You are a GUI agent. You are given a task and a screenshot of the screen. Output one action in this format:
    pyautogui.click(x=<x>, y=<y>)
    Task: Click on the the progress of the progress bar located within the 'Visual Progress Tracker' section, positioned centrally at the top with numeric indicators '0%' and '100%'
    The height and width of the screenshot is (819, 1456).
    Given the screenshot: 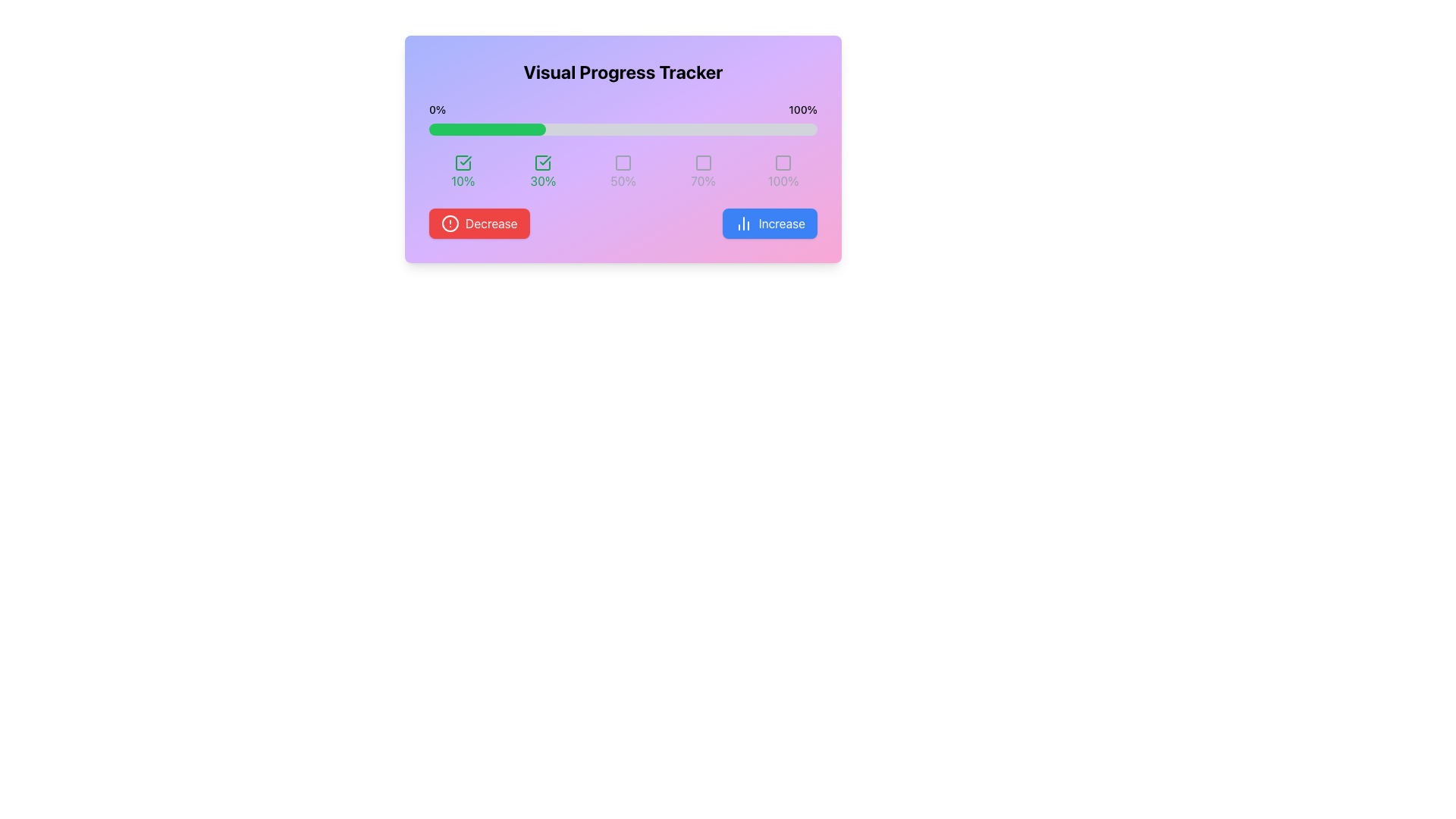 What is the action you would take?
    pyautogui.click(x=623, y=118)
    